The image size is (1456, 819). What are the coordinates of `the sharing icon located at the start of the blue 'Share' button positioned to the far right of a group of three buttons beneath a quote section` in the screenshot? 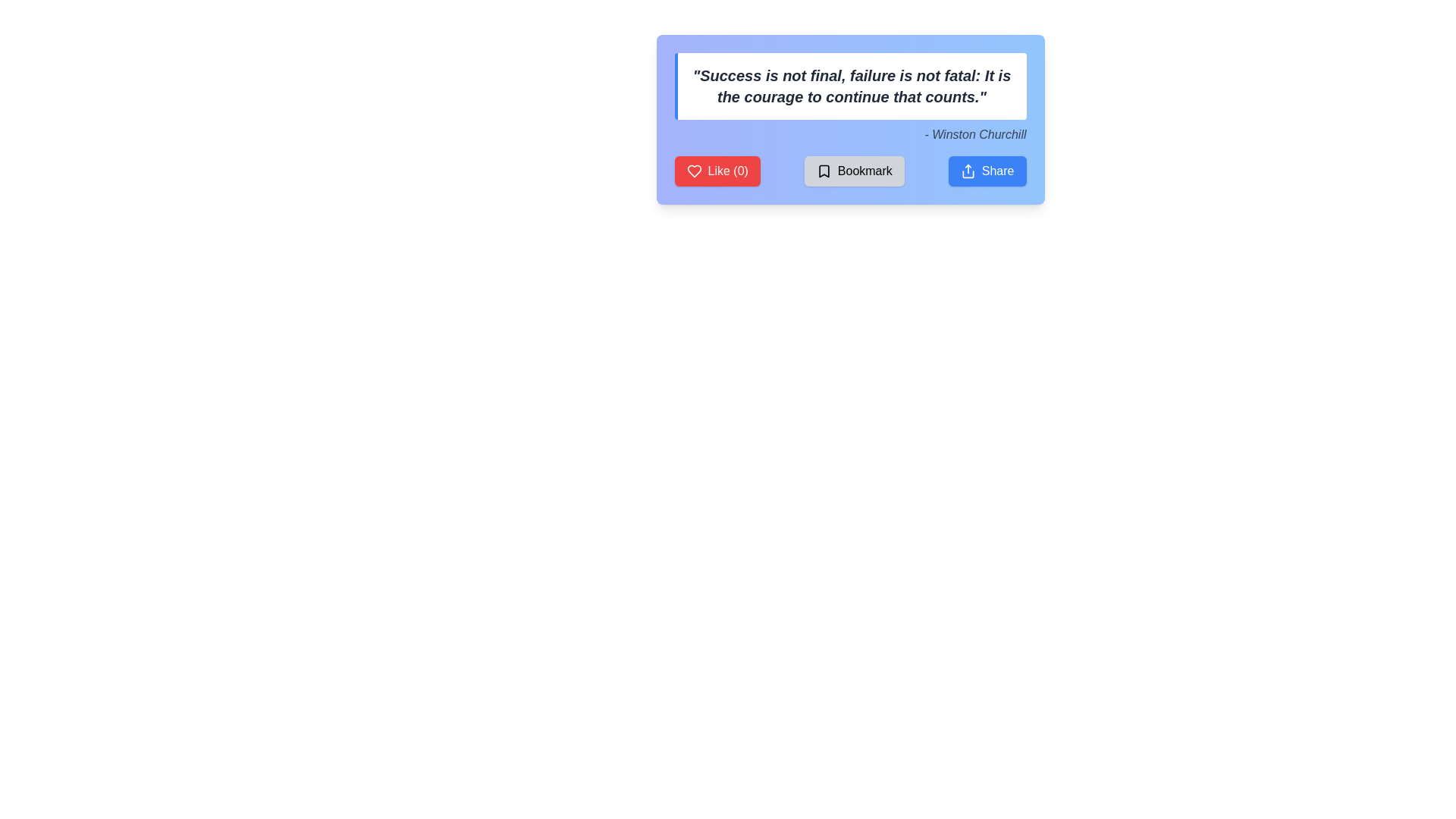 It's located at (967, 171).